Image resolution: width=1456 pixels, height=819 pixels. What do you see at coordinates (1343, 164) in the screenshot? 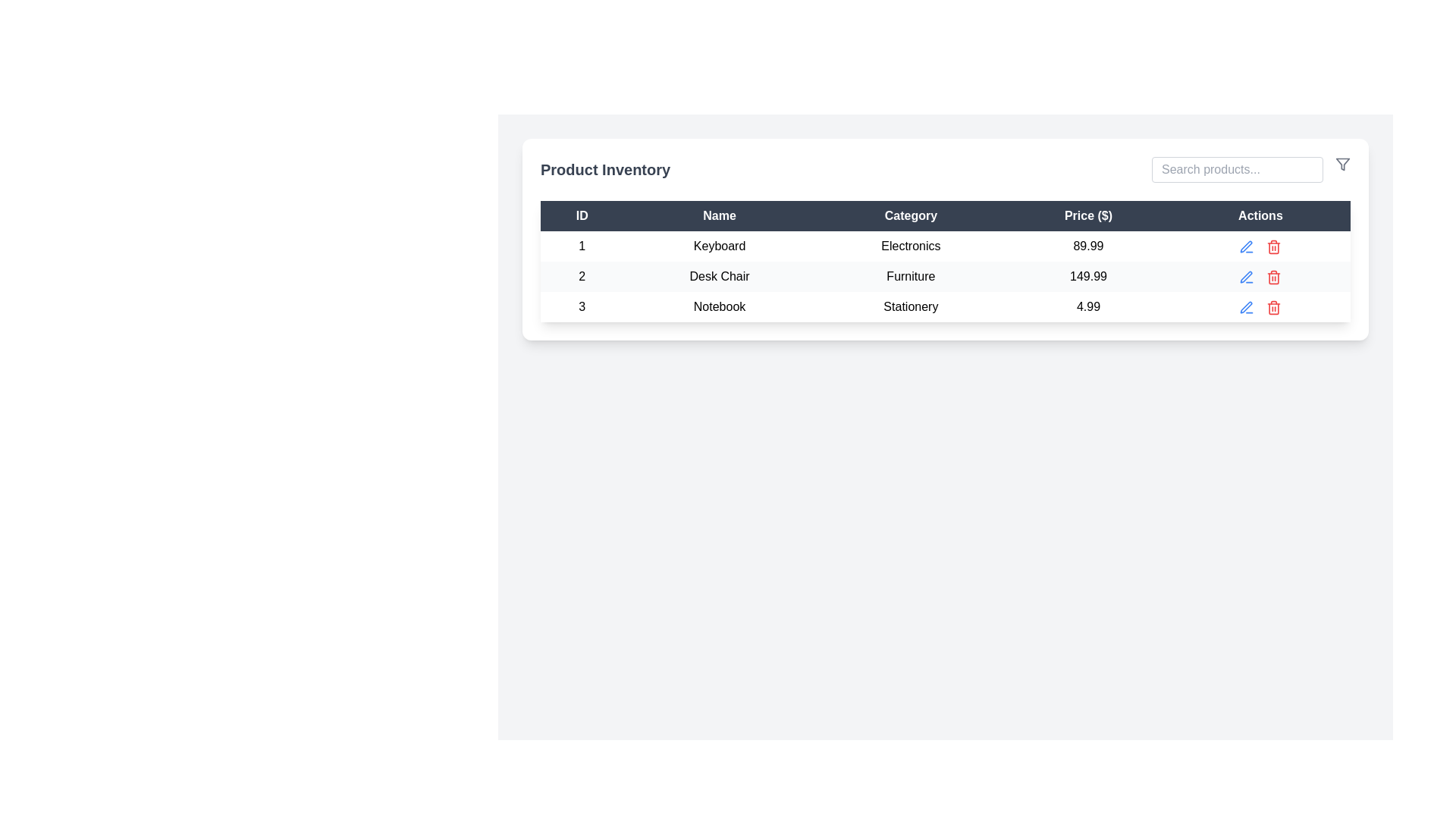
I see `the filtering icon located in the Actions area of the UI header, positioned near the right boundary of the search bar` at bounding box center [1343, 164].